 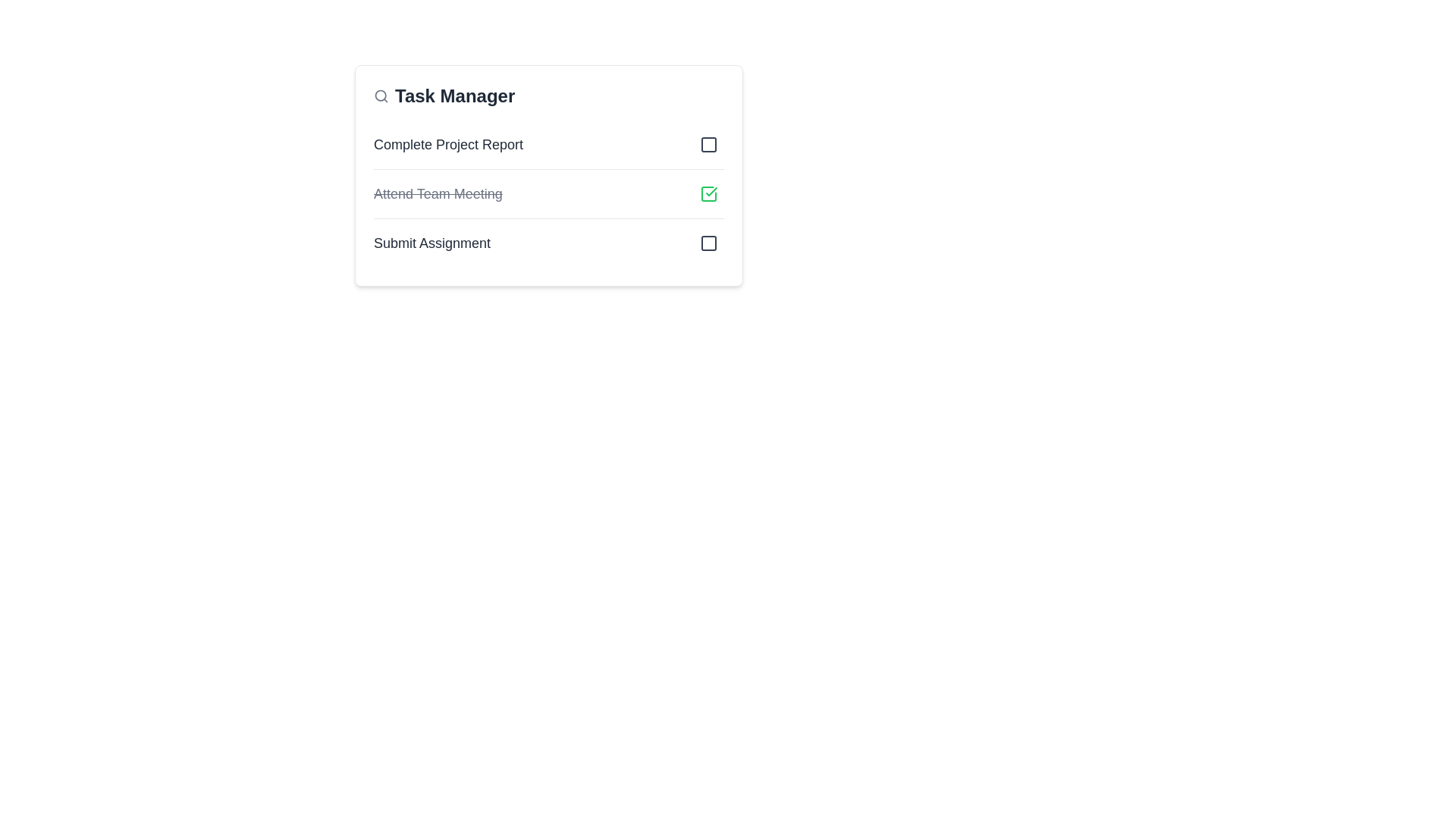 What do you see at coordinates (708, 193) in the screenshot?
I see `the 'Attend Team Meeting' completion button in the Task Manager interface` at bounding box center [708, 193].